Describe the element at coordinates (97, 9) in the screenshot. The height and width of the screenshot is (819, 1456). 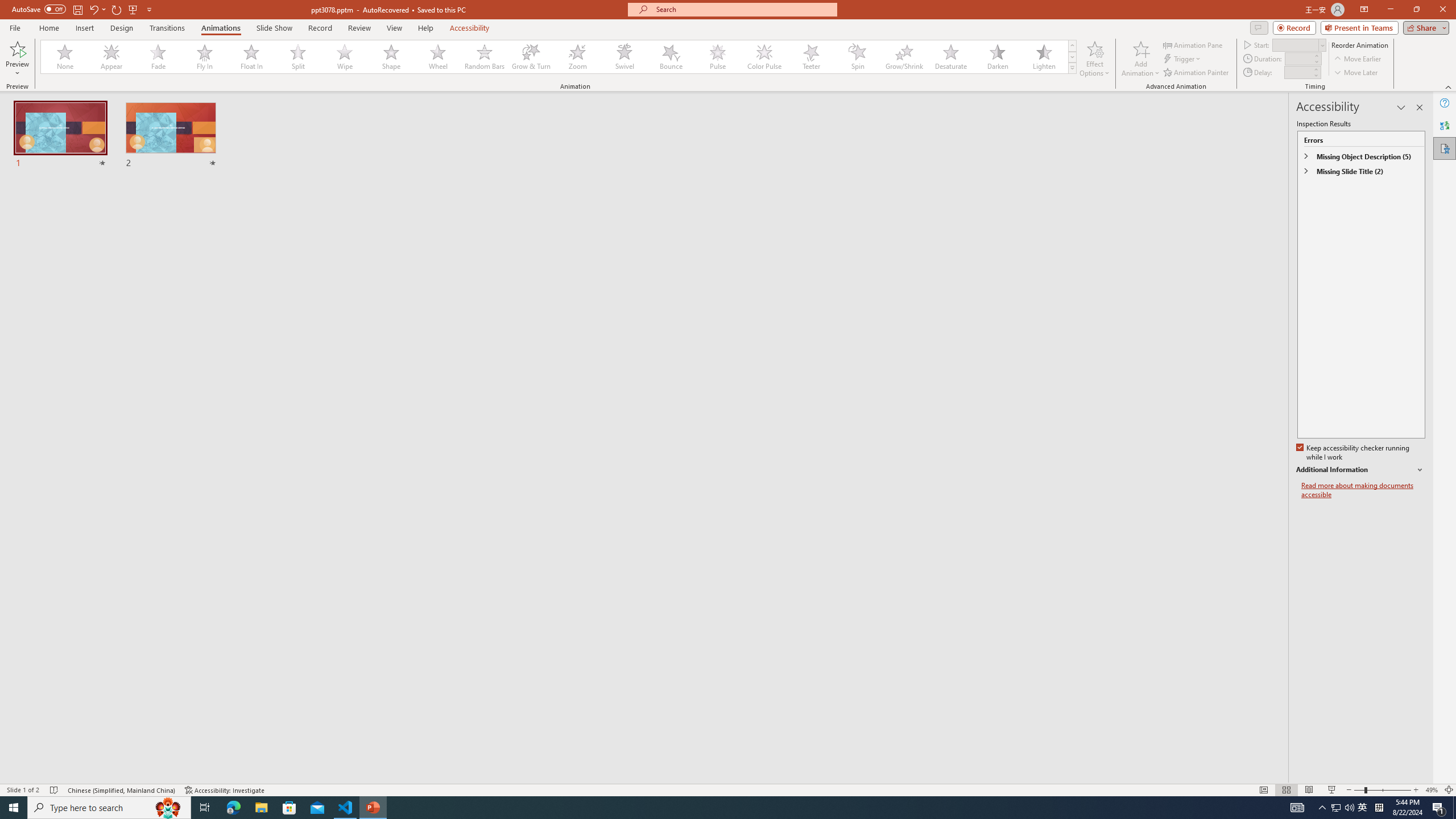
I see `'Undo'` at that location.